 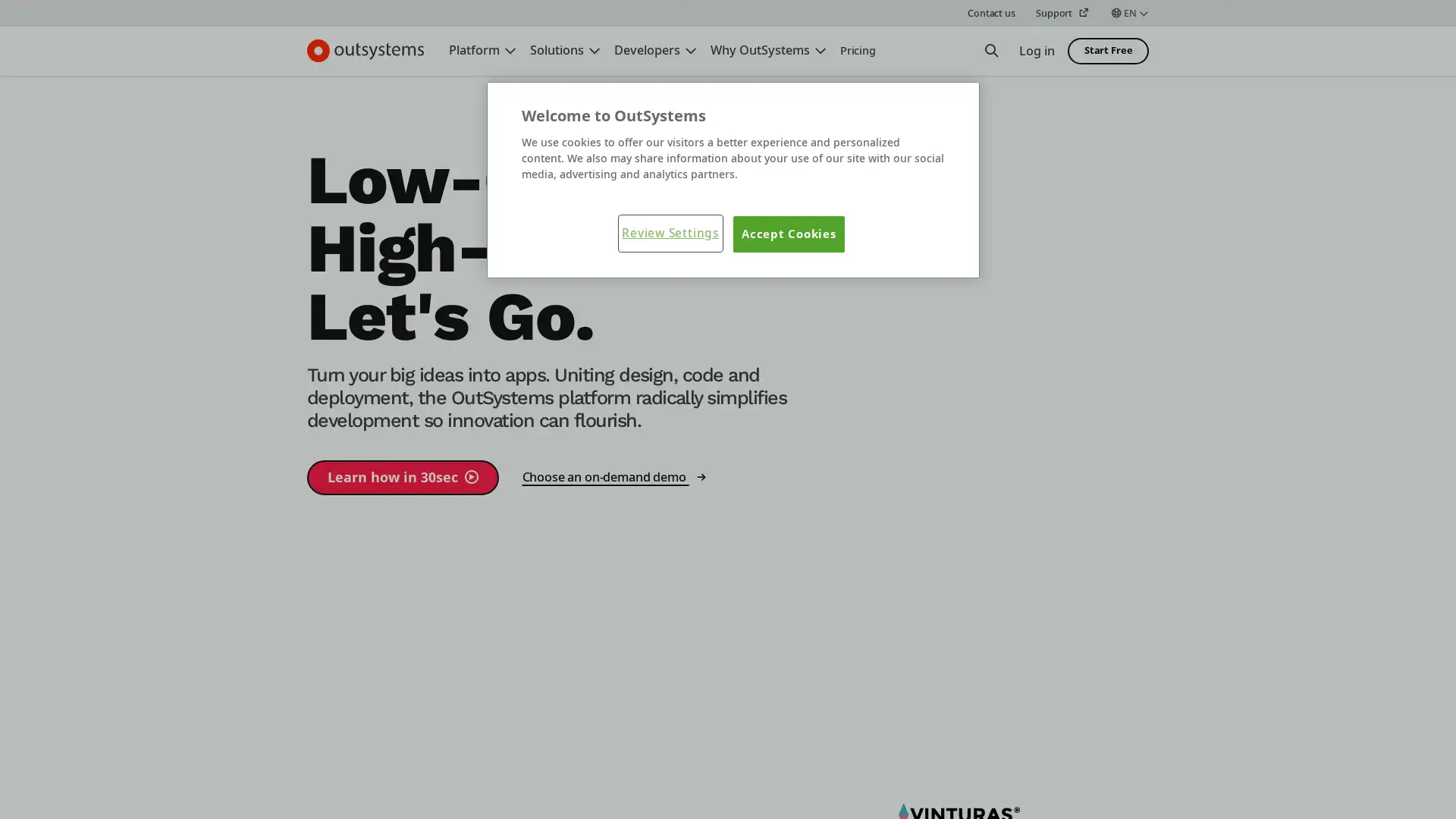 I want to click on Accept Cookies, so click(x=789, y=234).